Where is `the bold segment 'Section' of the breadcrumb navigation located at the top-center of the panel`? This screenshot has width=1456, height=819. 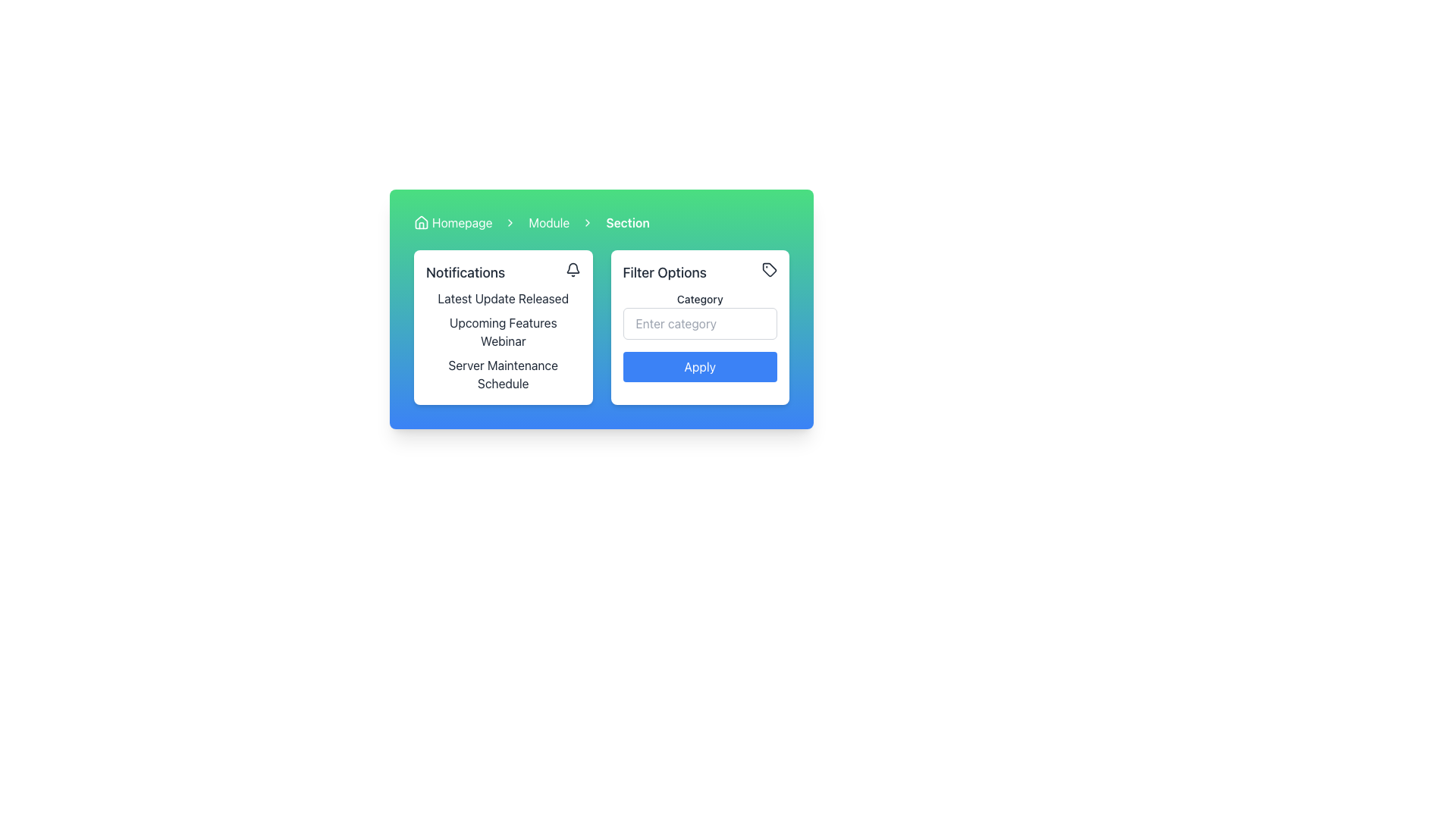 the bold segment 'Section' of the breadcrumb navigation located at the top-center of the panel is located at coordinates (601, 222).